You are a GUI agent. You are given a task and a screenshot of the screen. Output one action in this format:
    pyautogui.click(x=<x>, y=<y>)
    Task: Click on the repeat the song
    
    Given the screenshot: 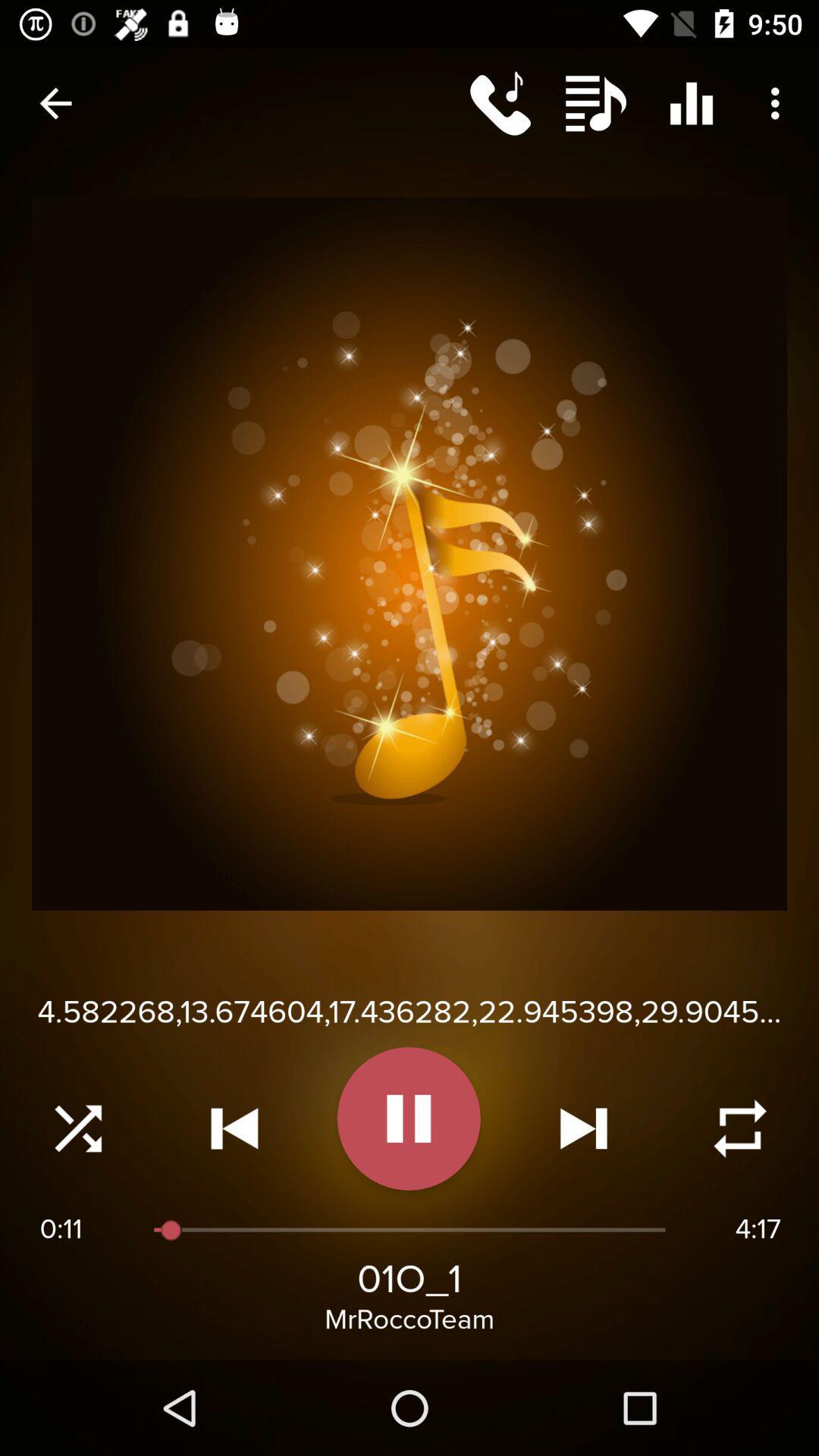 What is the action you would take?
    pyautogui.click(x=739, y=1128)
    